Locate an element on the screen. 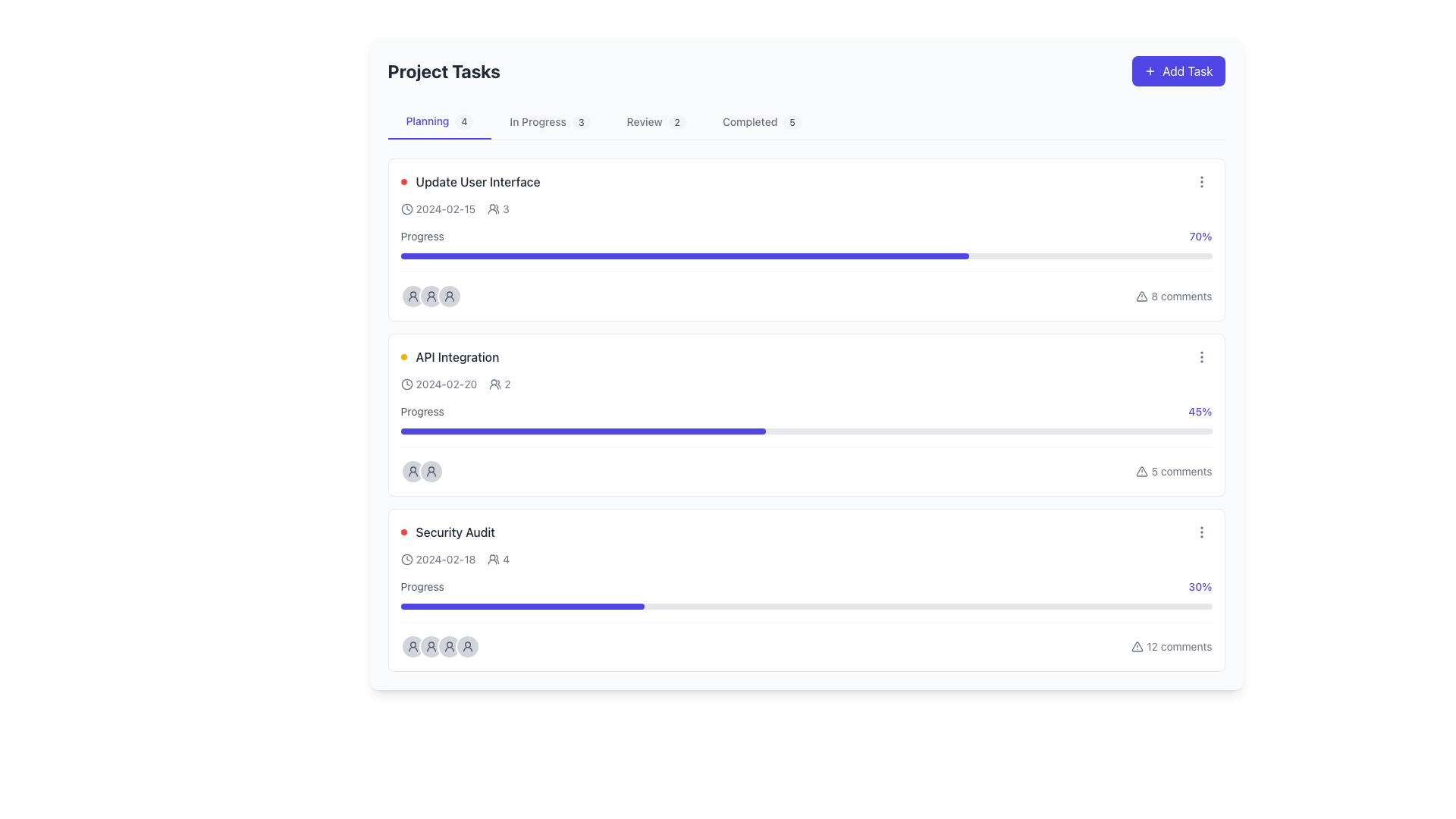 The height and width of the screenshot is (819, 1456). the progress bar located in the last task card labeled 'Security Audit', which has a light-gray background and a filled deep-indigo portion indicating 30% progress is located at coordinates (805, 605).